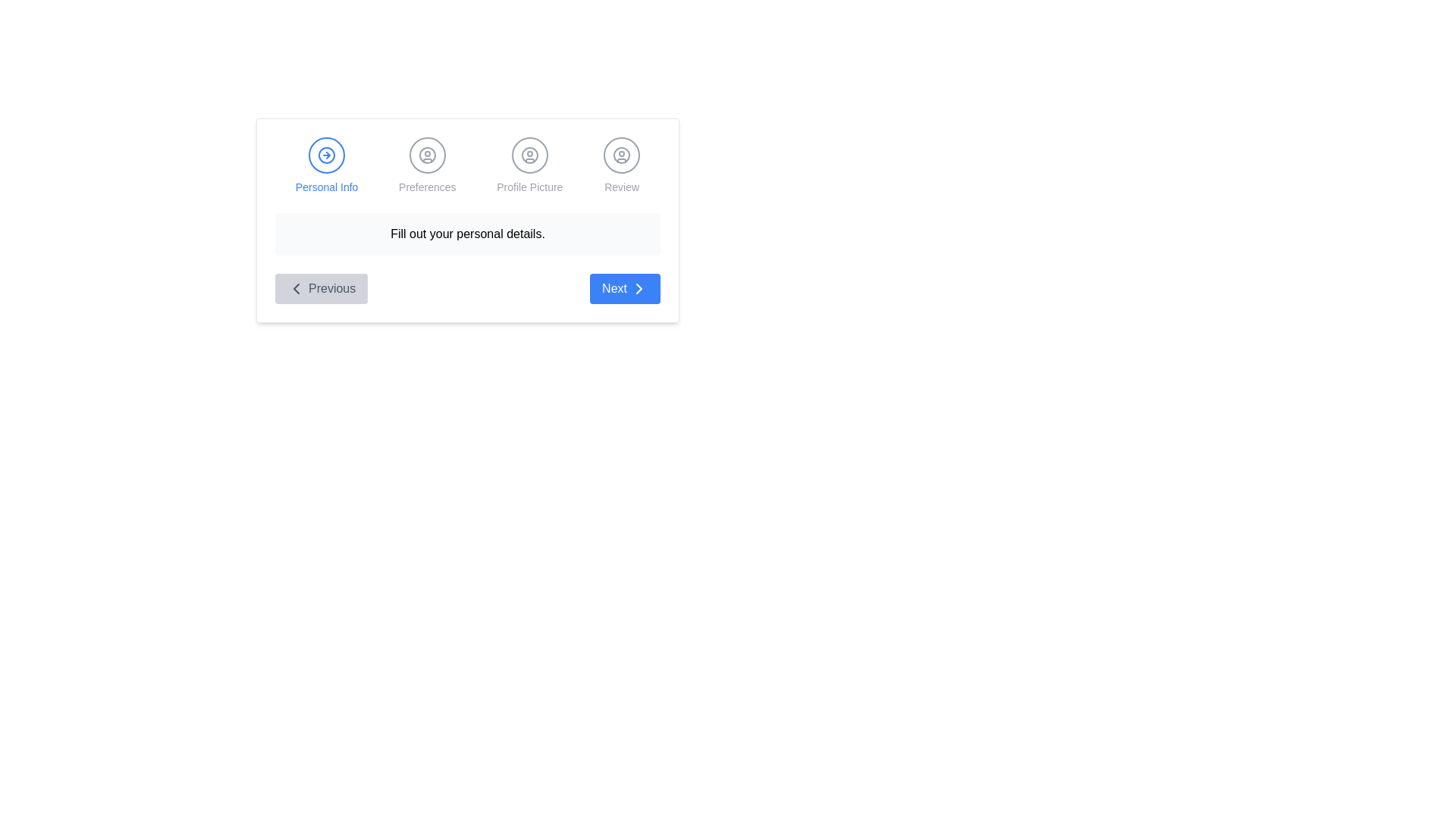 The image size is (1456, 819). What do you see at coordinates (625, 289) in the screenshot?
I see `the 'Next' button, which is a blue button with rounded edges and white text, positioned at the bottom-right of the interface to progress forward` at bounding box center [625, 289].